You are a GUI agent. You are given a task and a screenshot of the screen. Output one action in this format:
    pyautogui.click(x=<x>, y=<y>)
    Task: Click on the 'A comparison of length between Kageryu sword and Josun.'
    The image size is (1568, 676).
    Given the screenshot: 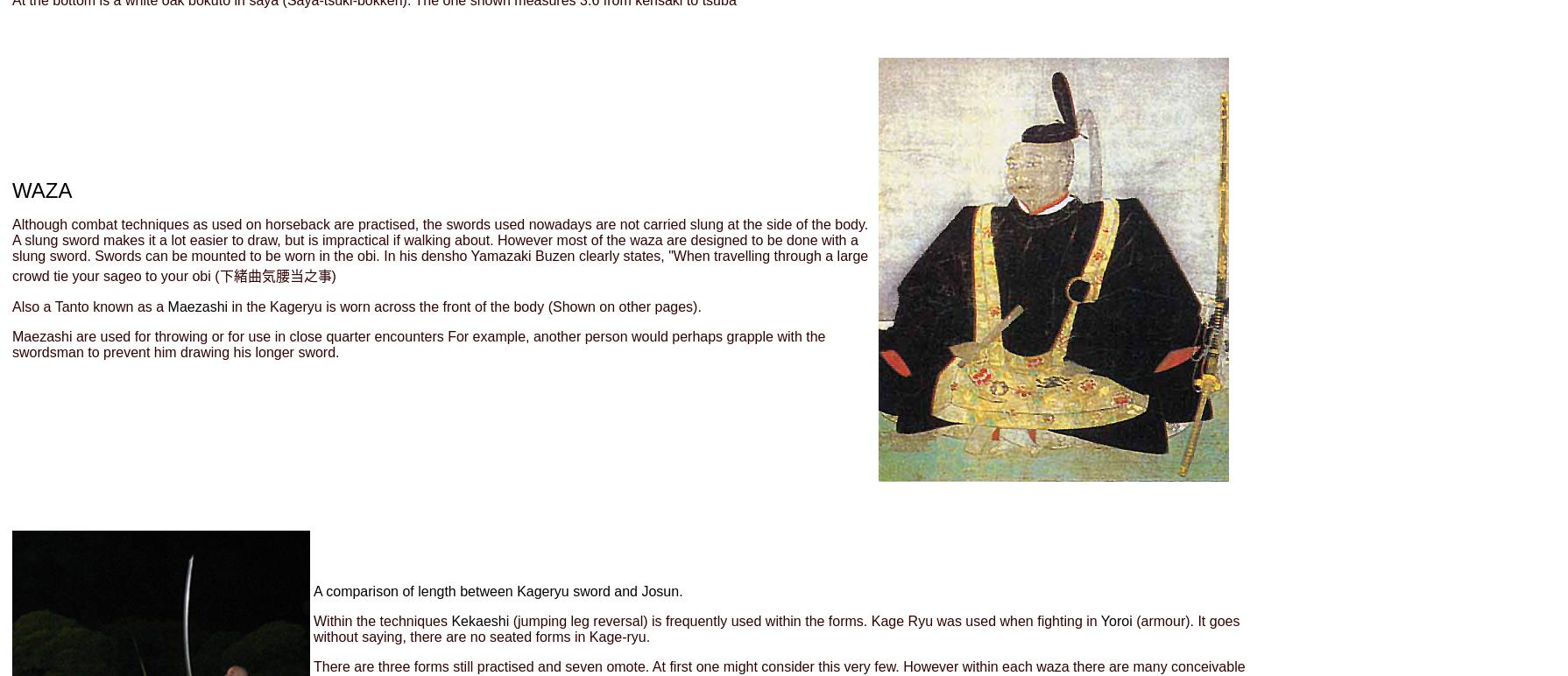 What is the action you would take?
    pyautogui.click(x=497, y=591)
    